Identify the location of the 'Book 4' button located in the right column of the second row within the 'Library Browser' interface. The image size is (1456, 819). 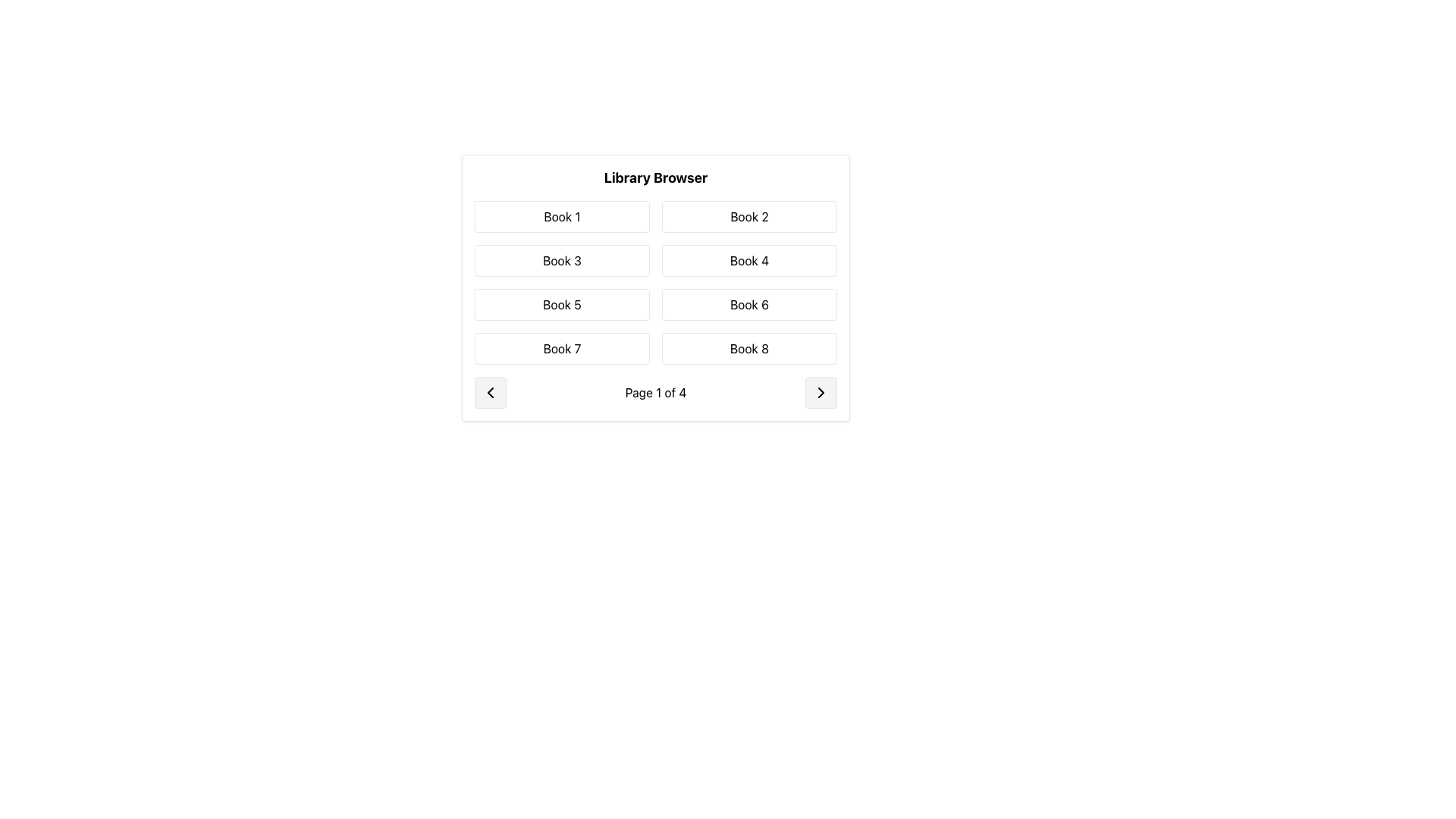
(749, 259).